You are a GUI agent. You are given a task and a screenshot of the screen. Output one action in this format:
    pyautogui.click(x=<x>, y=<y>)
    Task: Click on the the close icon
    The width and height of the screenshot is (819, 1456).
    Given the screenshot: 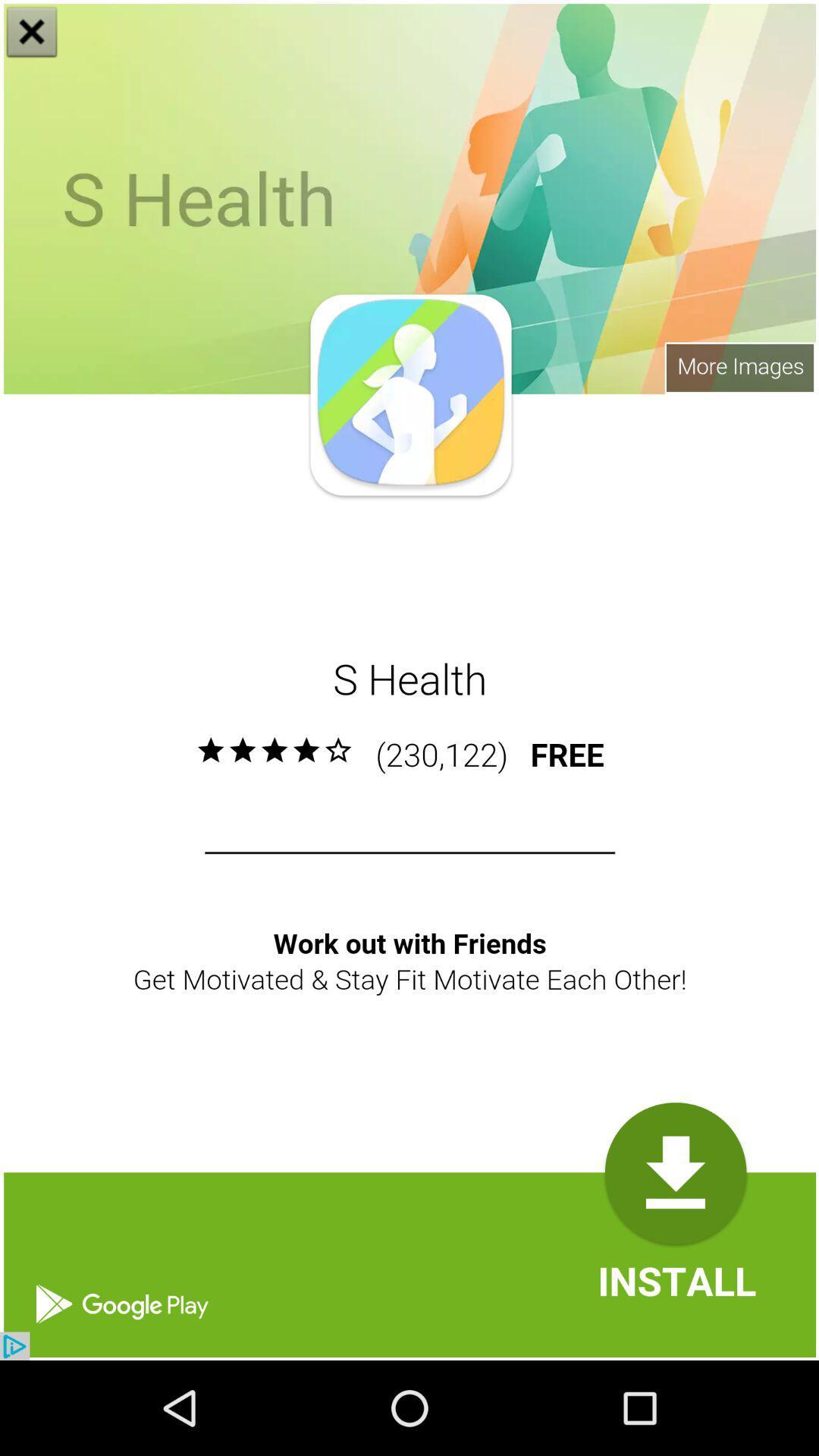 What is the action you would take?
    pyautogui.click(x=32, y=33)
    